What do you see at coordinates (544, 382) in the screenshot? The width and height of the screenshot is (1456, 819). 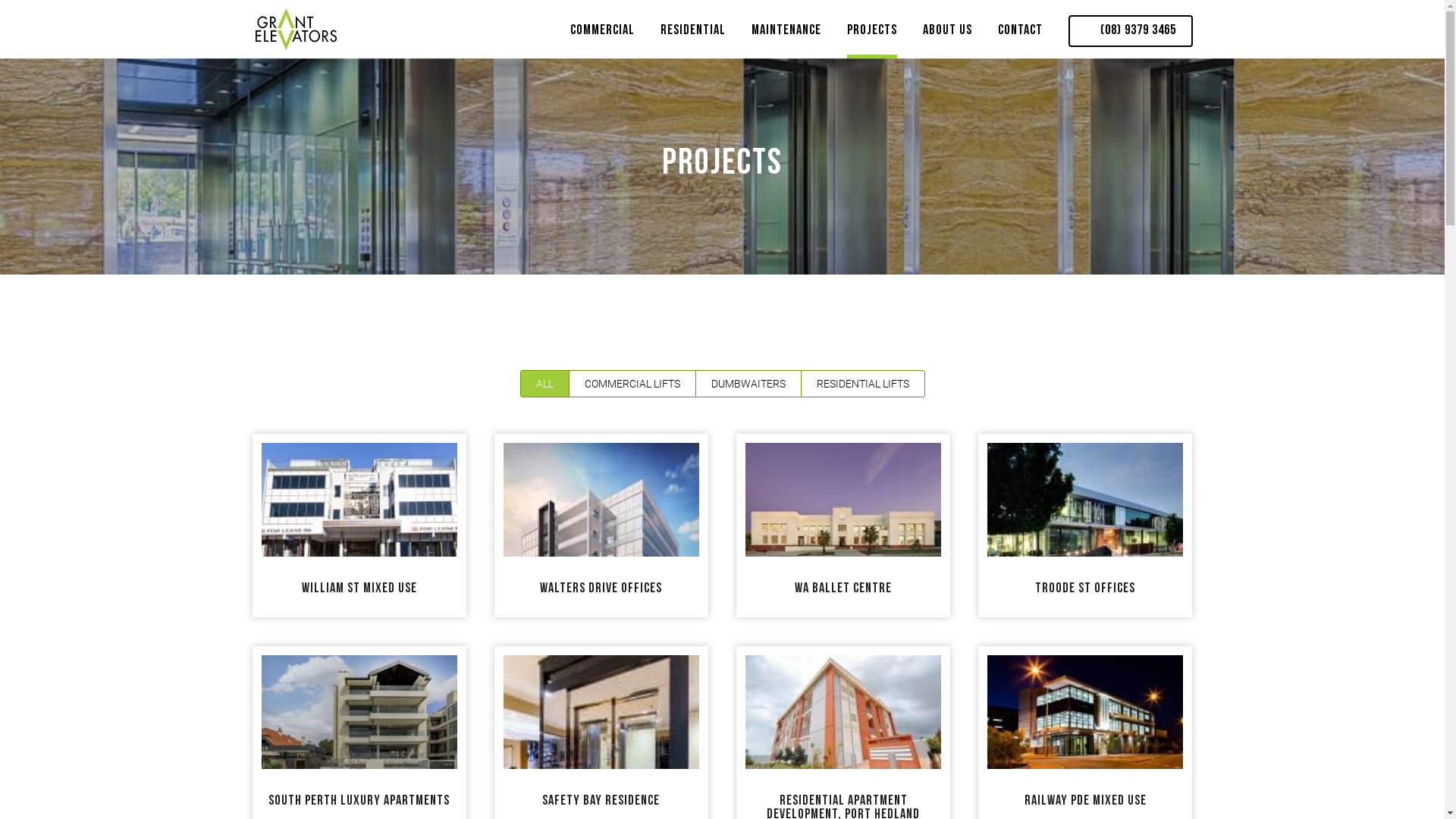 I see `'ALL'` at bounding box center [544, 382].